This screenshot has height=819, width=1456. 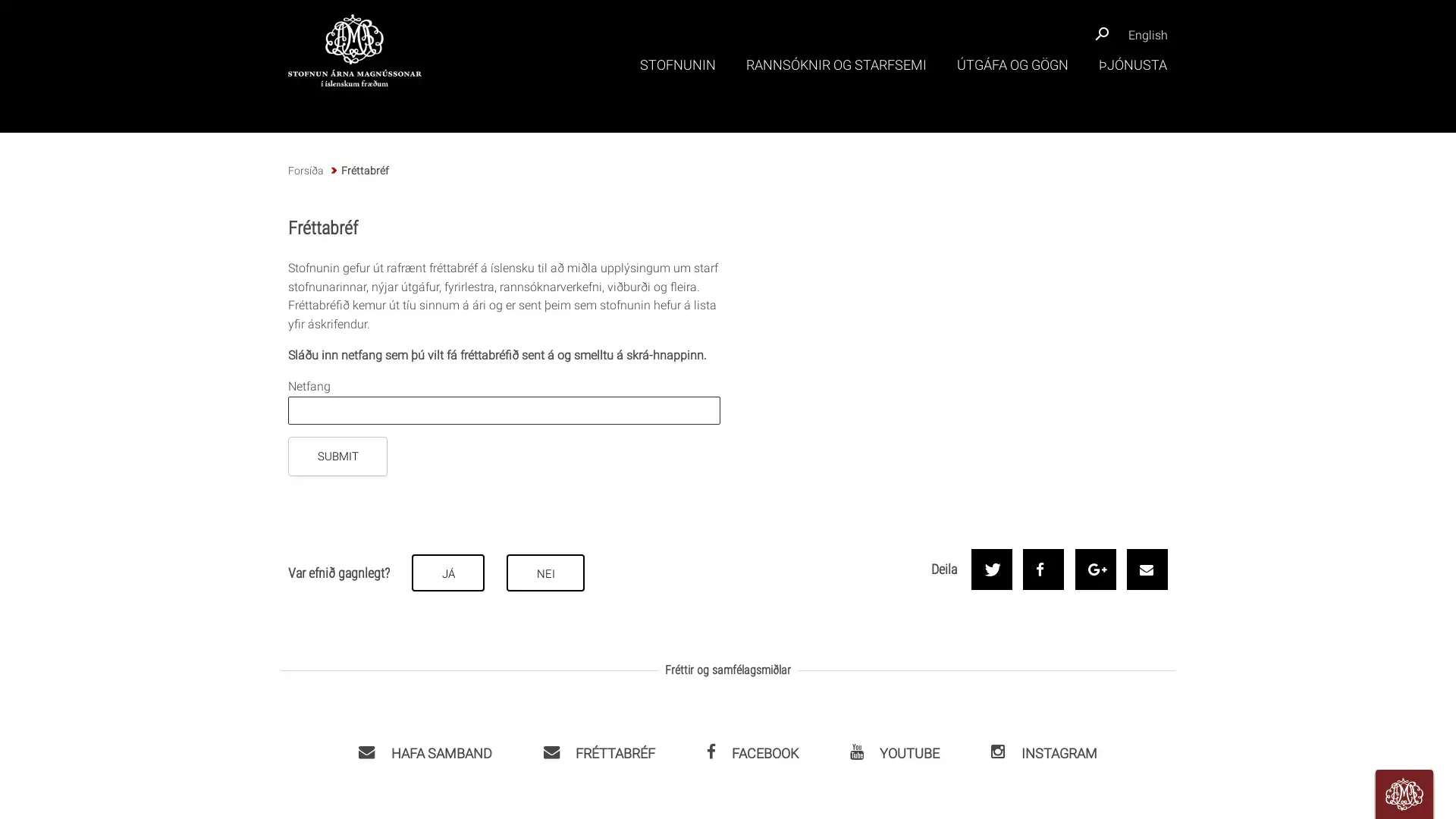 I want to click on JA, so click(x=447, y=573).